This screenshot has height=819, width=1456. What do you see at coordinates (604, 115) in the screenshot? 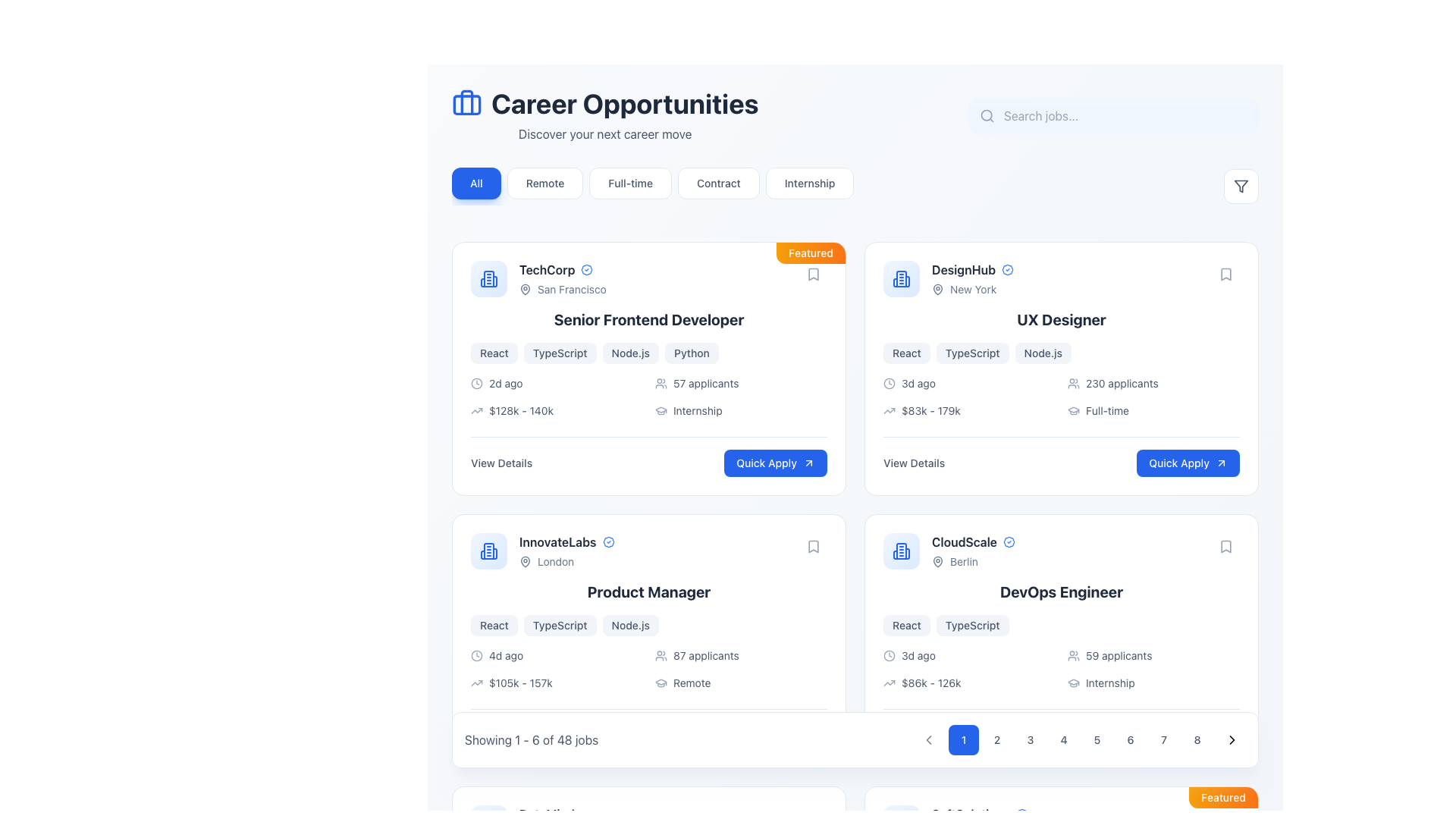
I see `the 'Career Opportunities' section header that includes a blue briefcase icon and a subtitle in gray text` at bounding box center [604, 115].